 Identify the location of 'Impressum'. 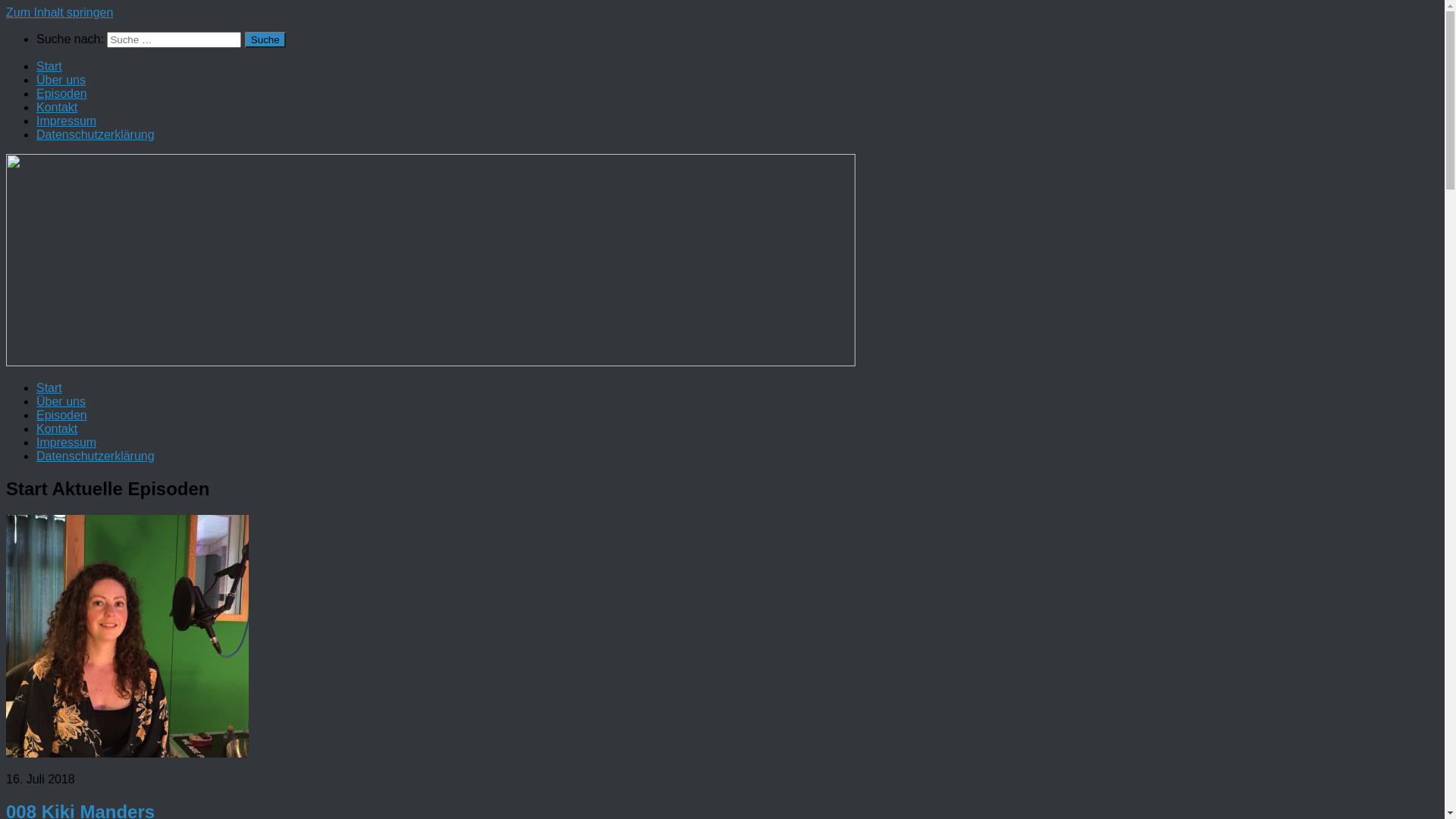
(65, 120).